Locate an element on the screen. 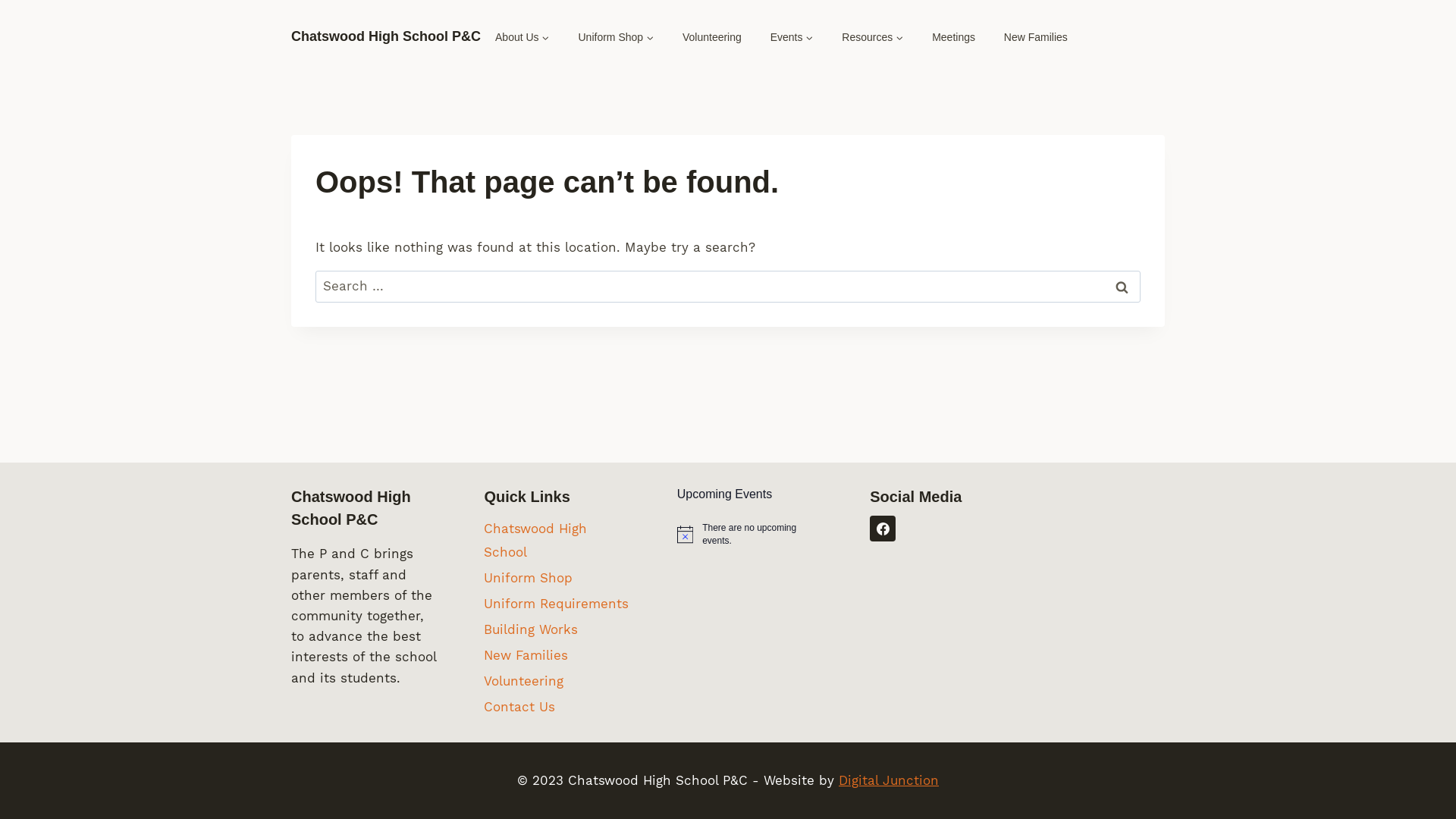  'Events' is located at coordinates (791, 36).